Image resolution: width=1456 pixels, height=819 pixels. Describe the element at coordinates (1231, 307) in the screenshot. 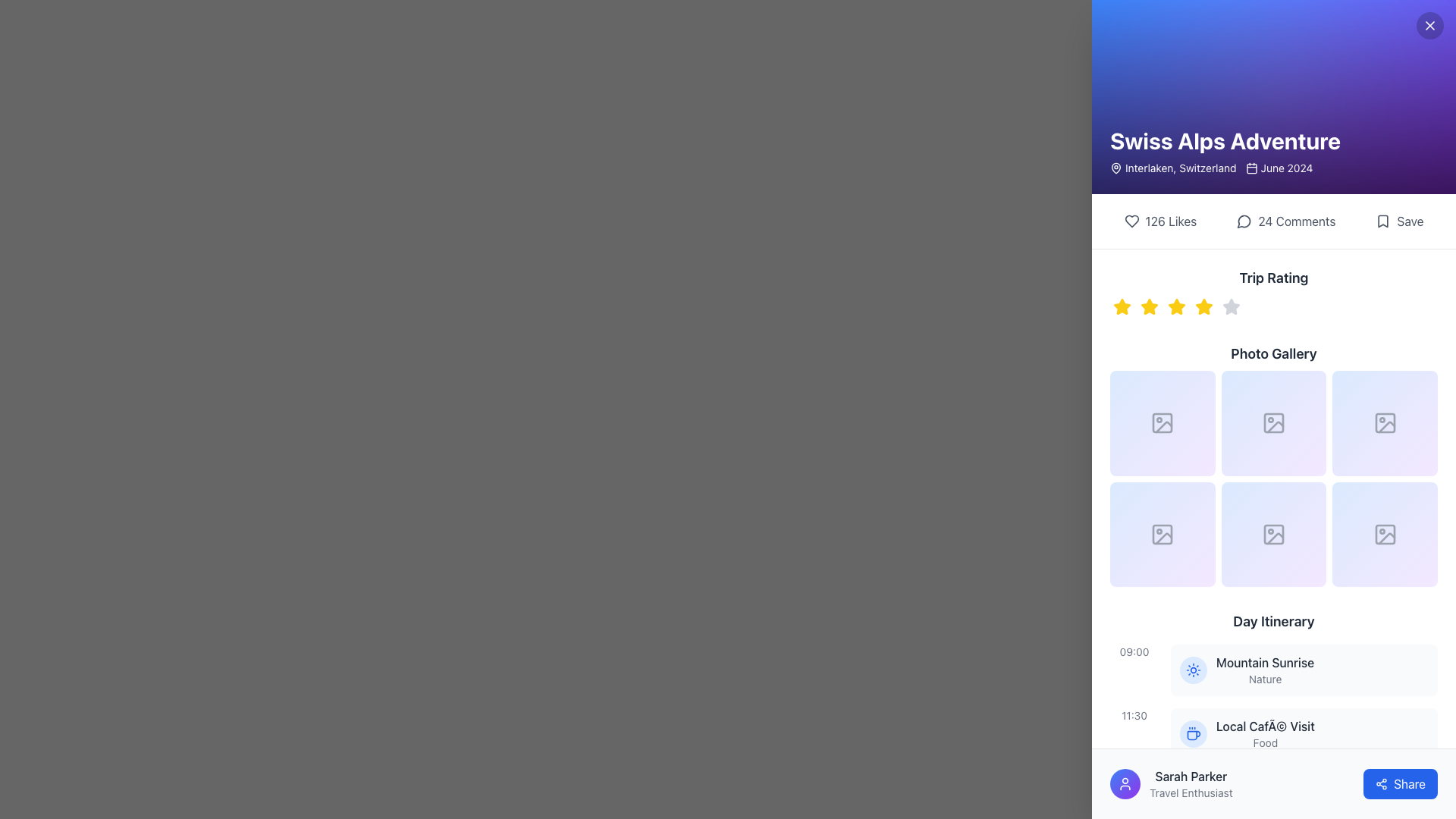

I see `the fifth star icon in the rating section under the 'Trip Rating' heading` at that location.